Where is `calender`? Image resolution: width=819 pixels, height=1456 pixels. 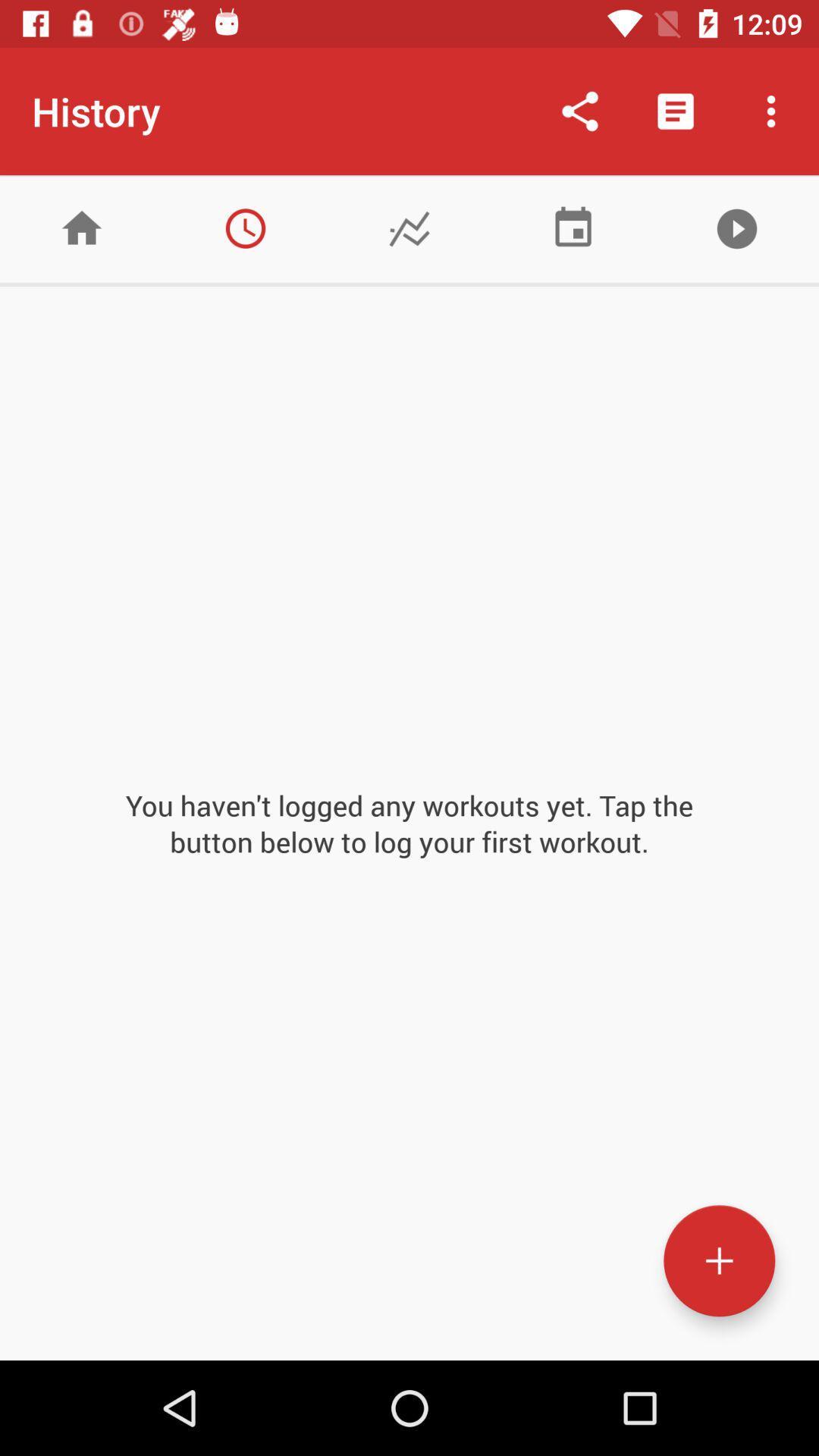 calender is located at coordinates (573, 227).